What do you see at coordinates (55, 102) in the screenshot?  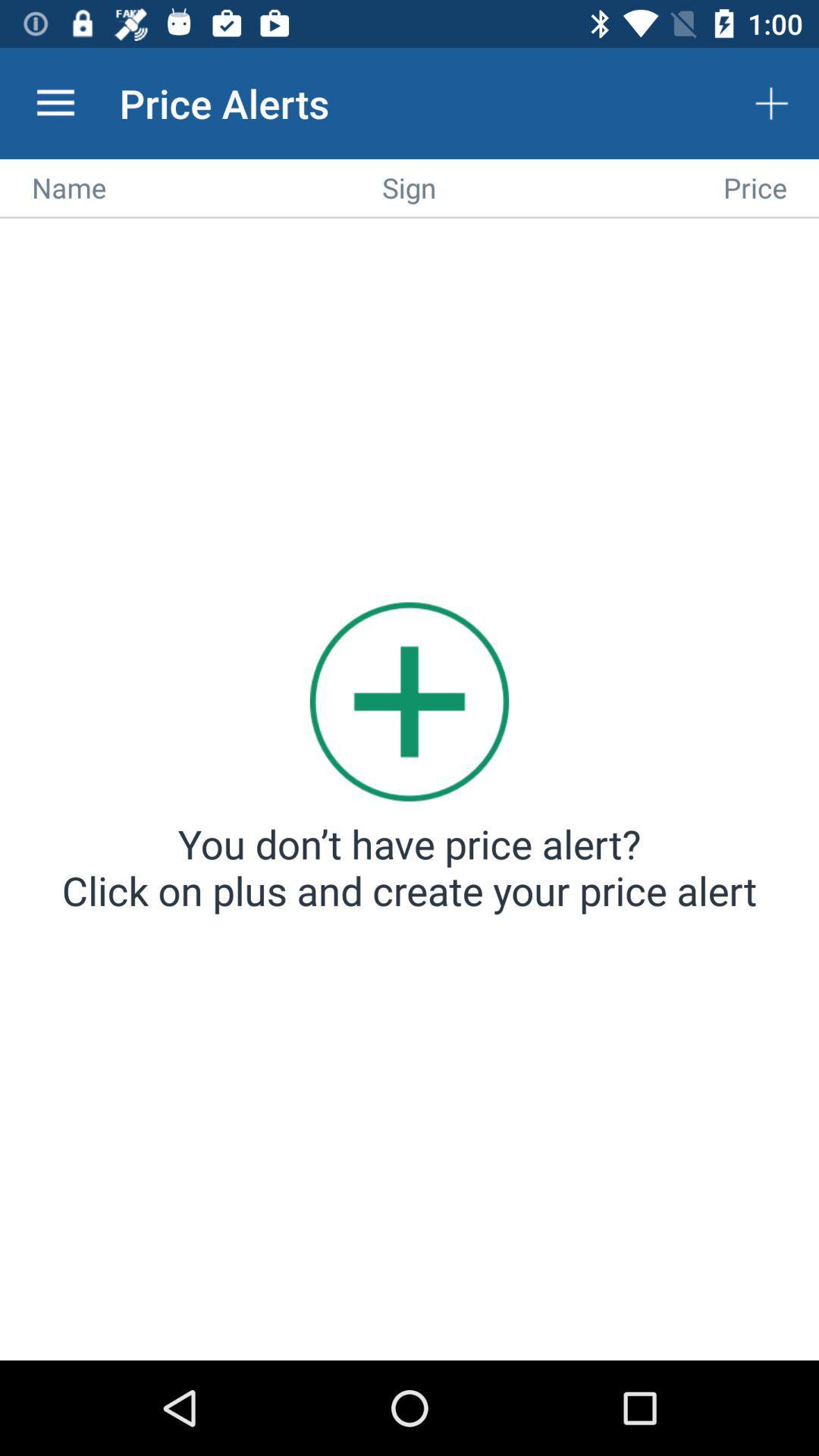 I see `the app to the left of the price alerts icon` at bounding box center [55, 102].